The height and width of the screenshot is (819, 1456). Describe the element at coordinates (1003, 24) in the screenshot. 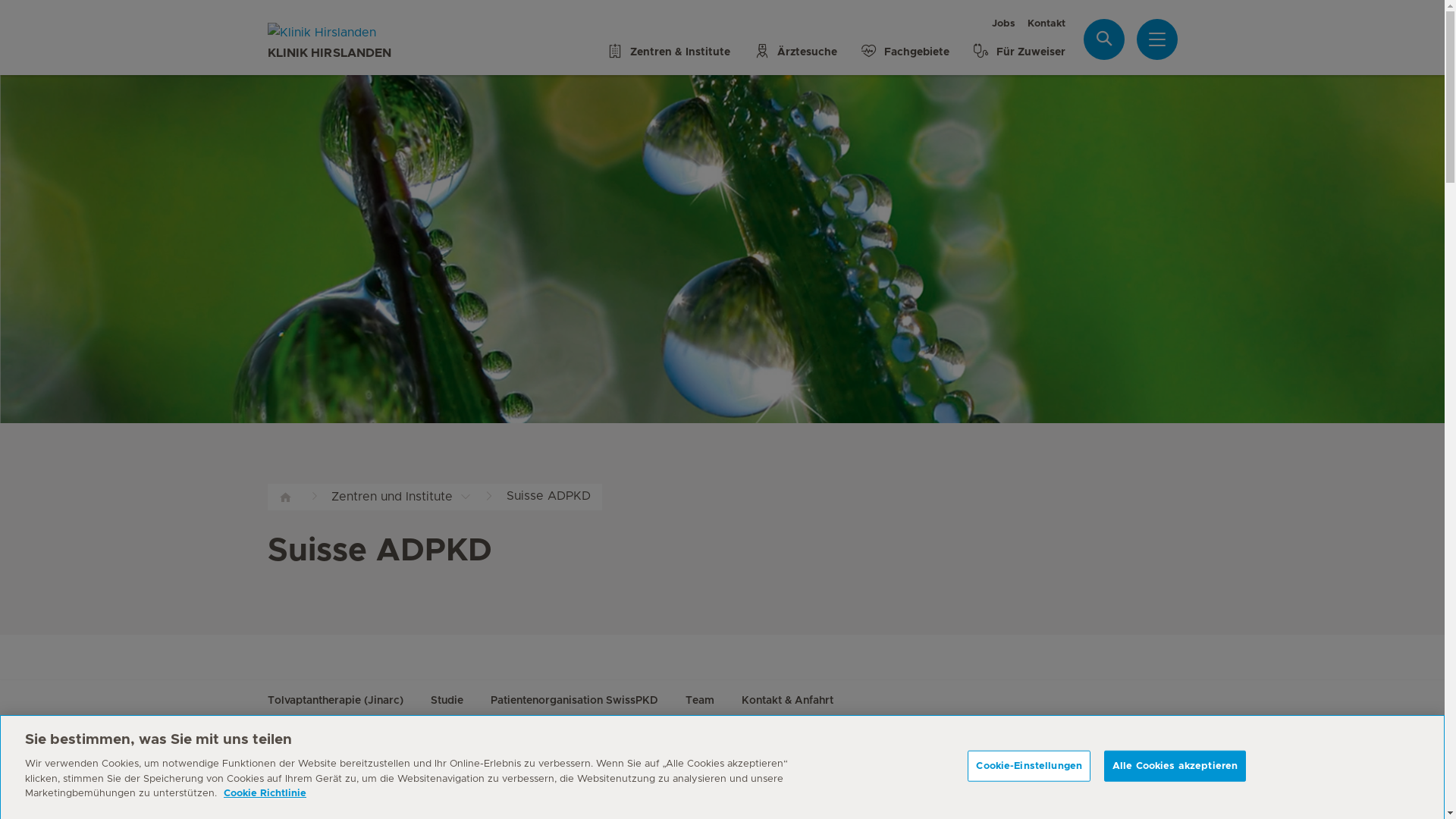

I see `'Jobs'` at that location.